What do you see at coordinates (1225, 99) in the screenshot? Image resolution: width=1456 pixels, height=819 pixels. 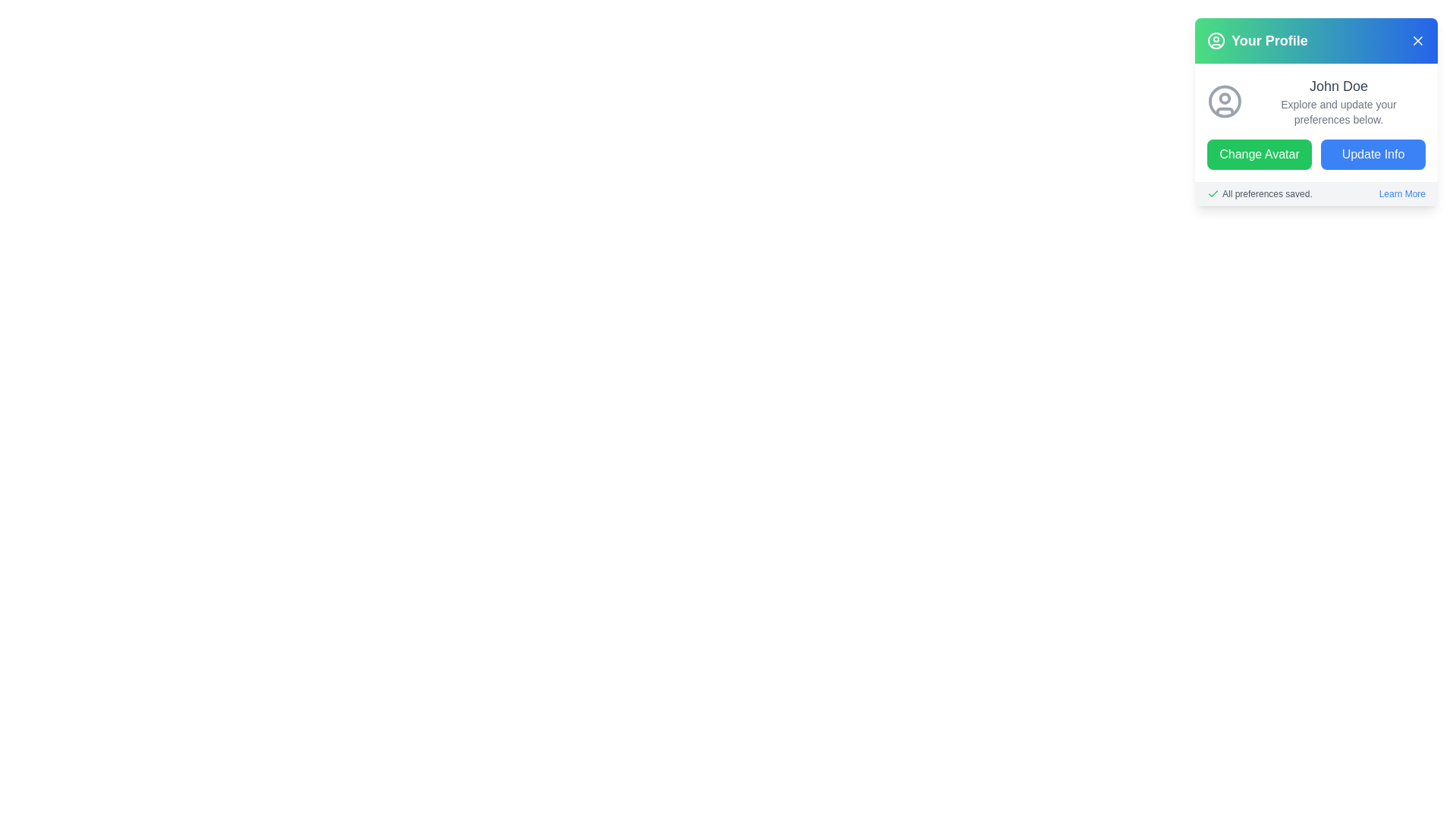 I see `the small grey circular image component nested within the larger user icon at the top-left corner of the profile box labeled 'Your Profile'` at bounding box center [1225, 99].